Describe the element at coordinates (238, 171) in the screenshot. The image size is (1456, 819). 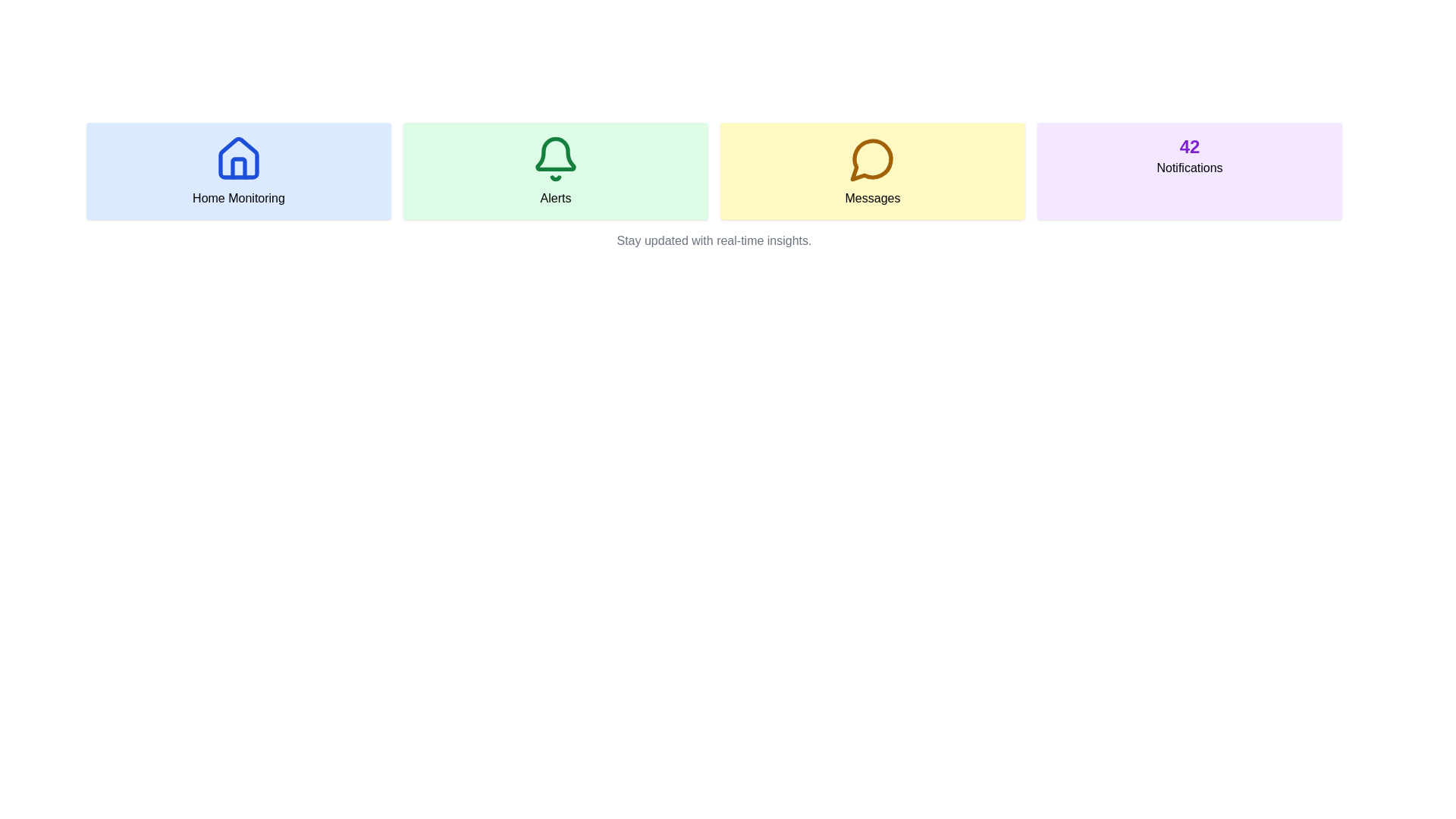
I see `the 'Home Monitoring' informational card located at the top-left side of the grid, which is the first among four similar rectangular elements` at that location.